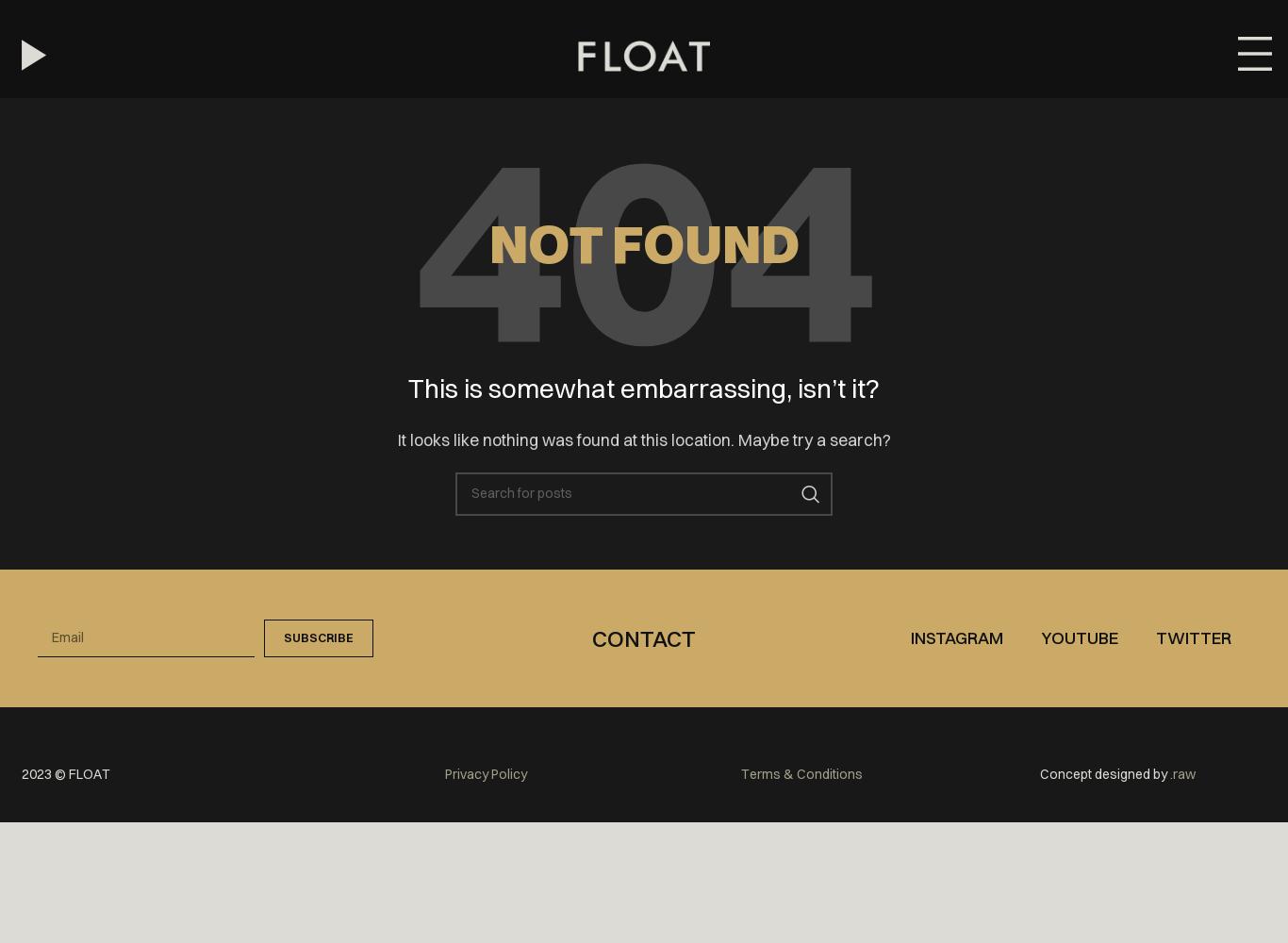  What do you see at coordinates (1105, 773) in the screenshot?
I see `'Concept designed by'` at bounding box center [1105, 773].